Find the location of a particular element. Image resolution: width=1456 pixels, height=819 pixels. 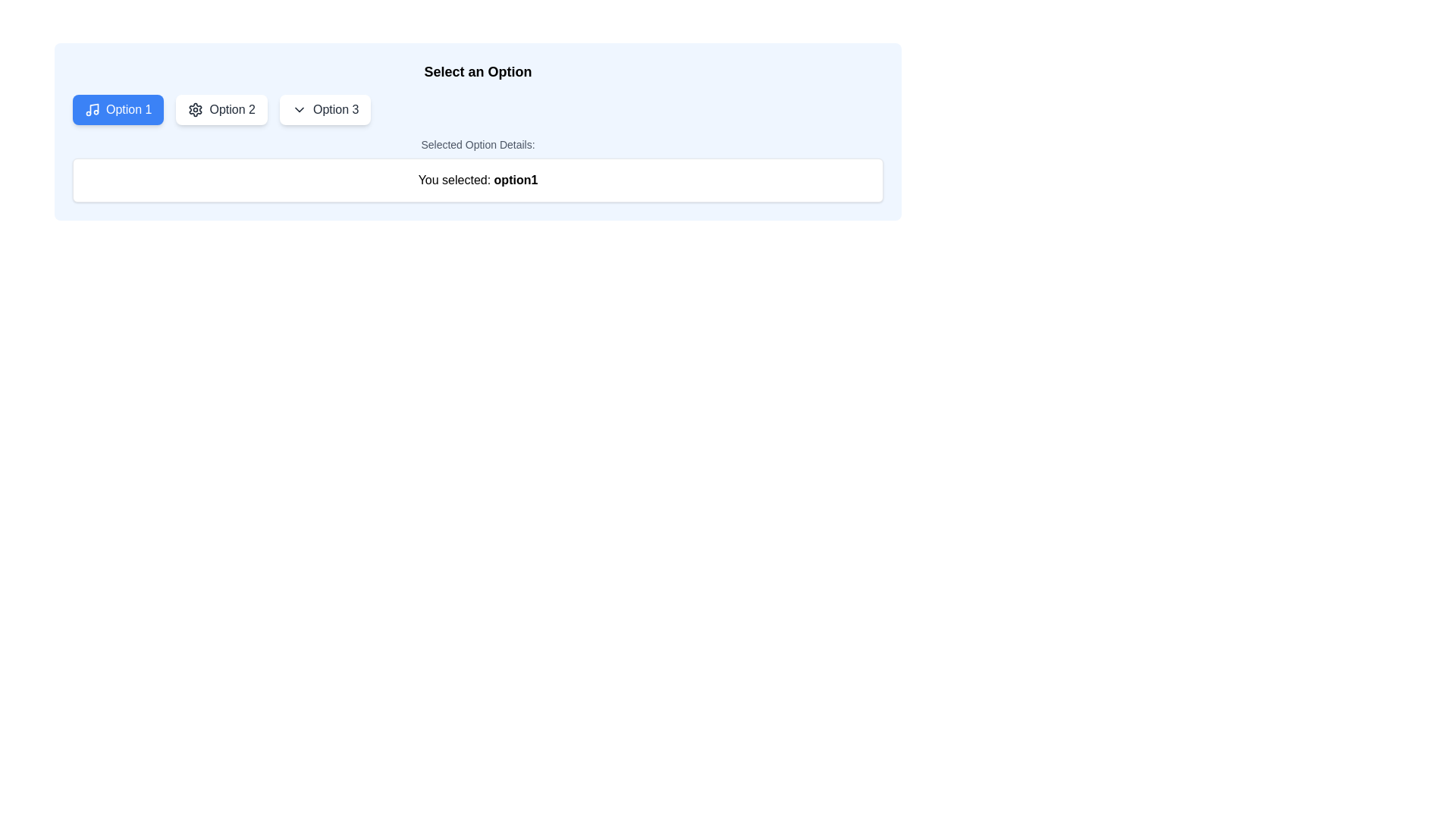

the static text display that confirms the user's selected option, located below the row of options 'Option 1', 'Option 2', and 'Option 3' is located at coordinates (477, 169).